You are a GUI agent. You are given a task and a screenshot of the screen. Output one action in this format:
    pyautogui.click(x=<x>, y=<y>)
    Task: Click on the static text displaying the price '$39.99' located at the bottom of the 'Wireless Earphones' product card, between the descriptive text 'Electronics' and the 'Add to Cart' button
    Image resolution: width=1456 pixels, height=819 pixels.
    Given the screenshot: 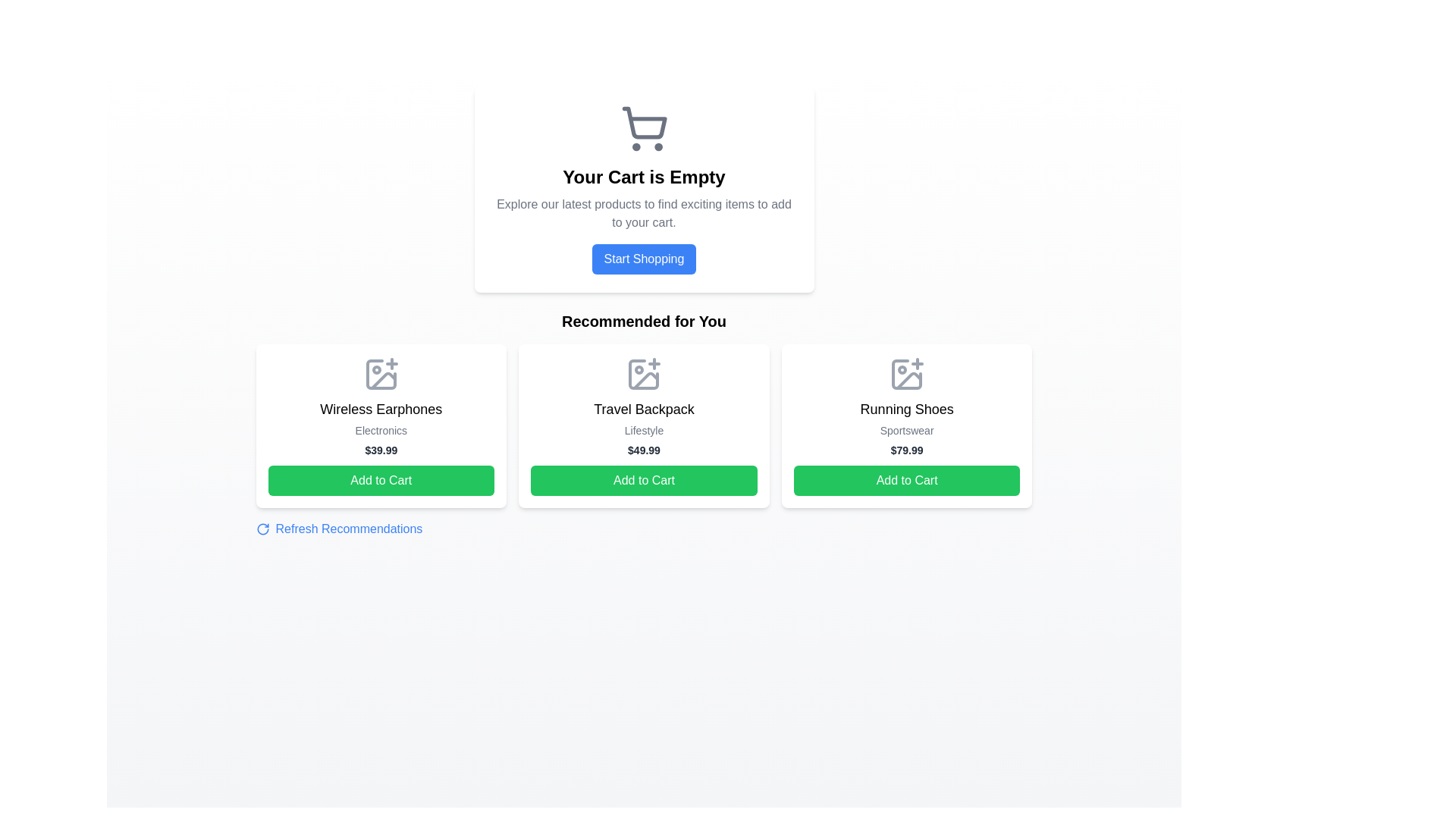 What is the action you would take?
    pyautogui.click(x=381, y=450)
    